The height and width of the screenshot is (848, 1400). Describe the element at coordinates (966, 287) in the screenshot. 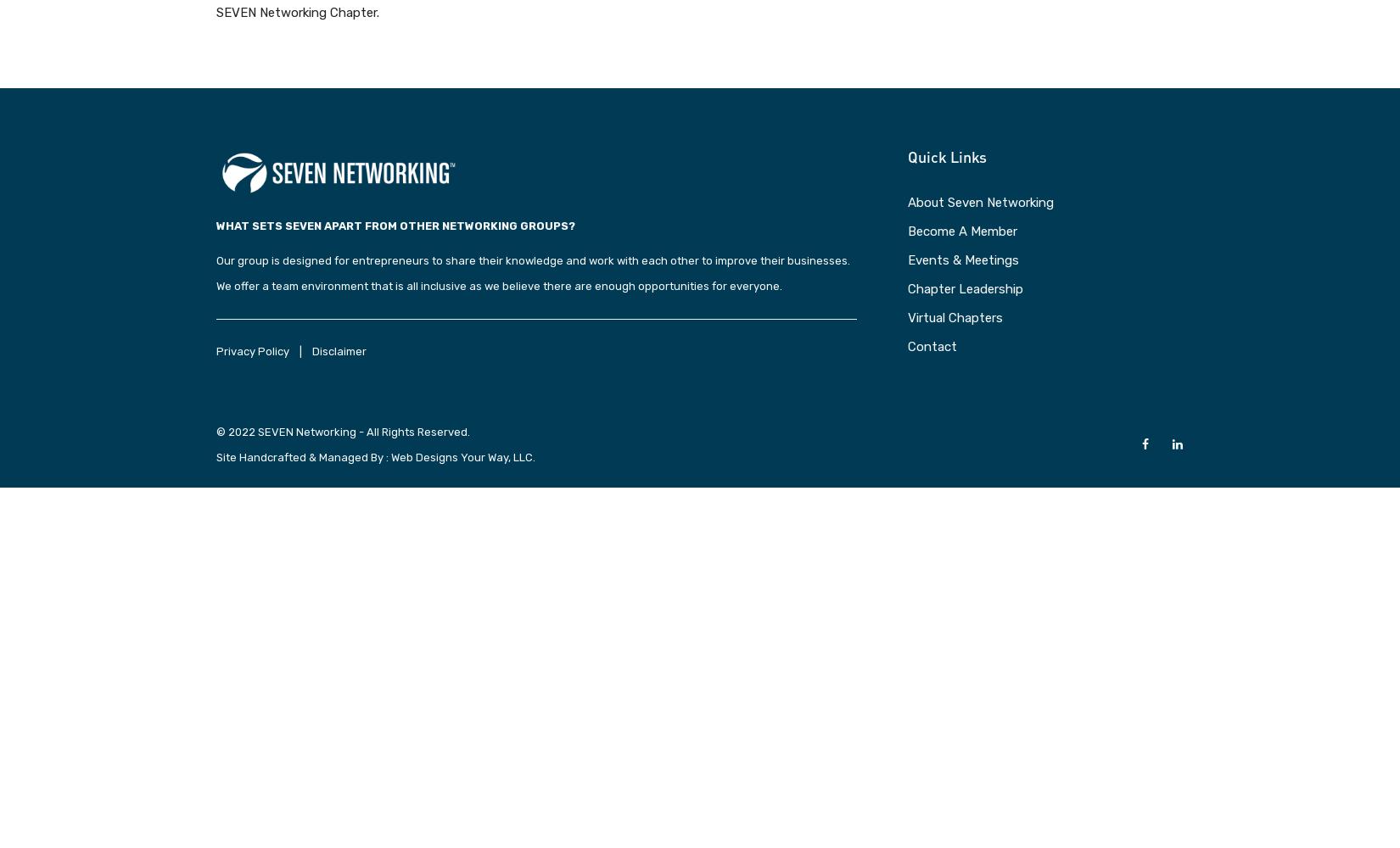

I see `'Chapter Leadership'` at that location.